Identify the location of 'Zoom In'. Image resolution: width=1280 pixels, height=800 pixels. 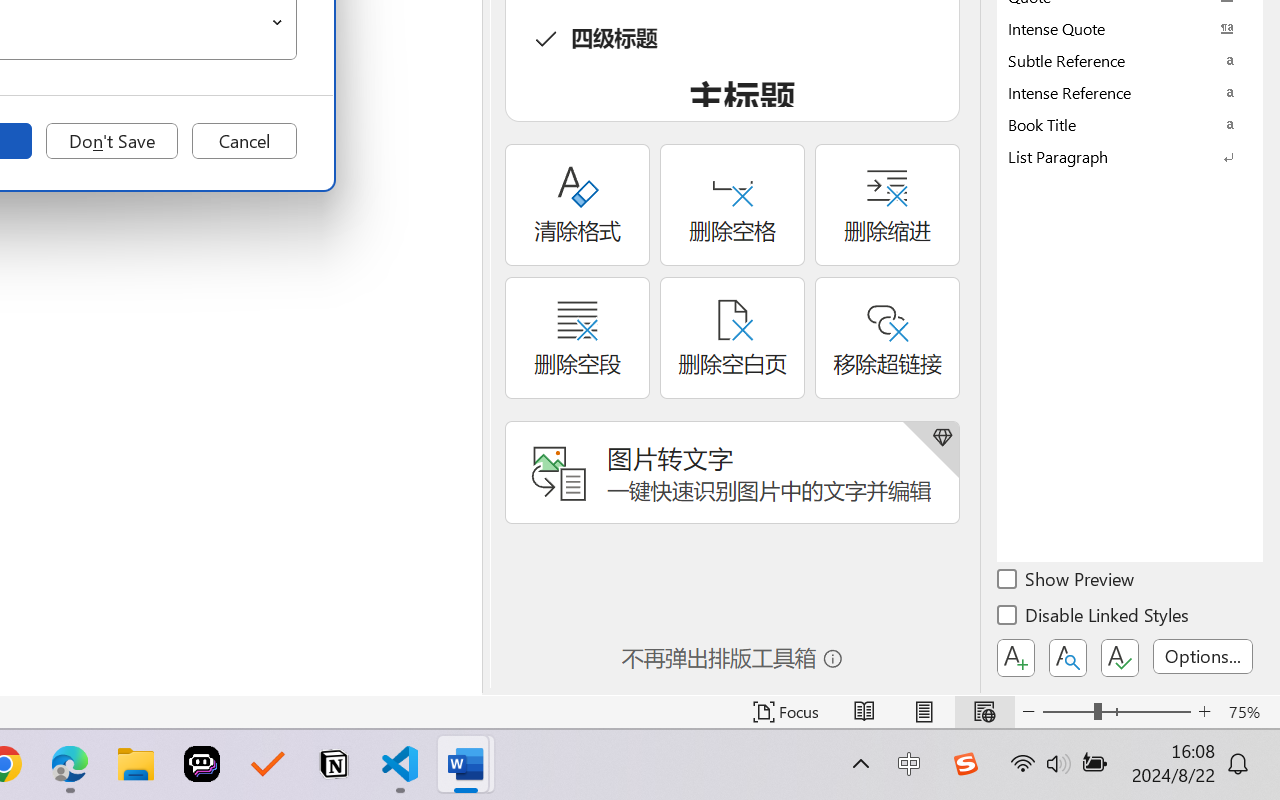
(1204, 711).